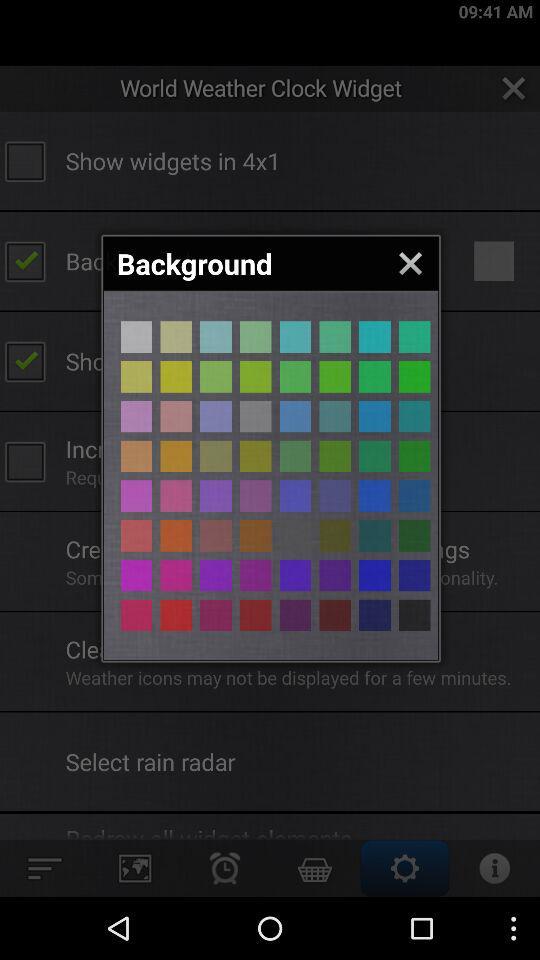  What do you see at coordinates (215, 456) in the screenshot?
I see `colour background option` at bounding box center [215, 456].